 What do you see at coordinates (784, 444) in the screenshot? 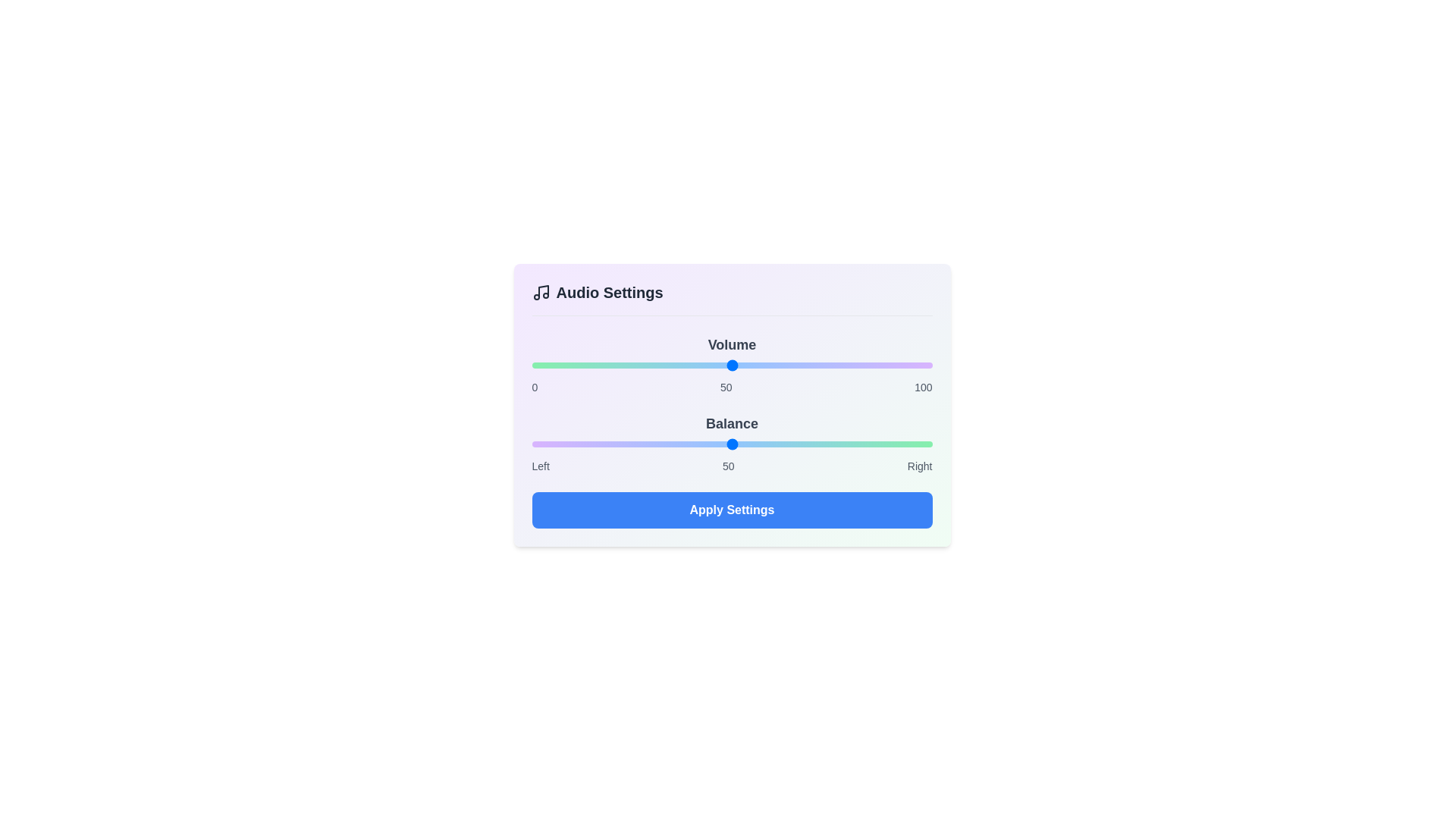
I see `balance` at bounding box center [784, 444].